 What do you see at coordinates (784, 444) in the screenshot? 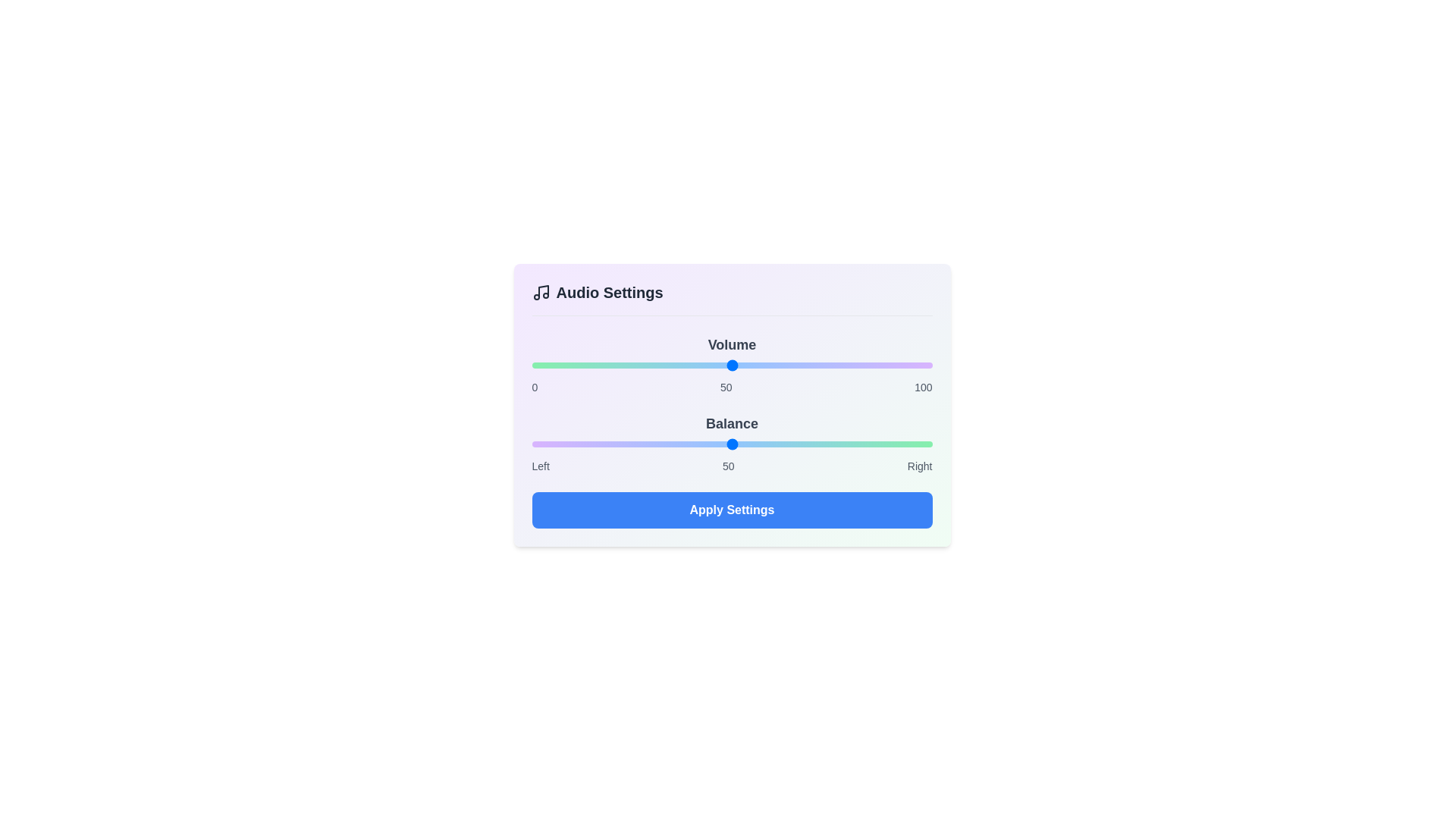
I see `balance` at bounding box center [784, 444].